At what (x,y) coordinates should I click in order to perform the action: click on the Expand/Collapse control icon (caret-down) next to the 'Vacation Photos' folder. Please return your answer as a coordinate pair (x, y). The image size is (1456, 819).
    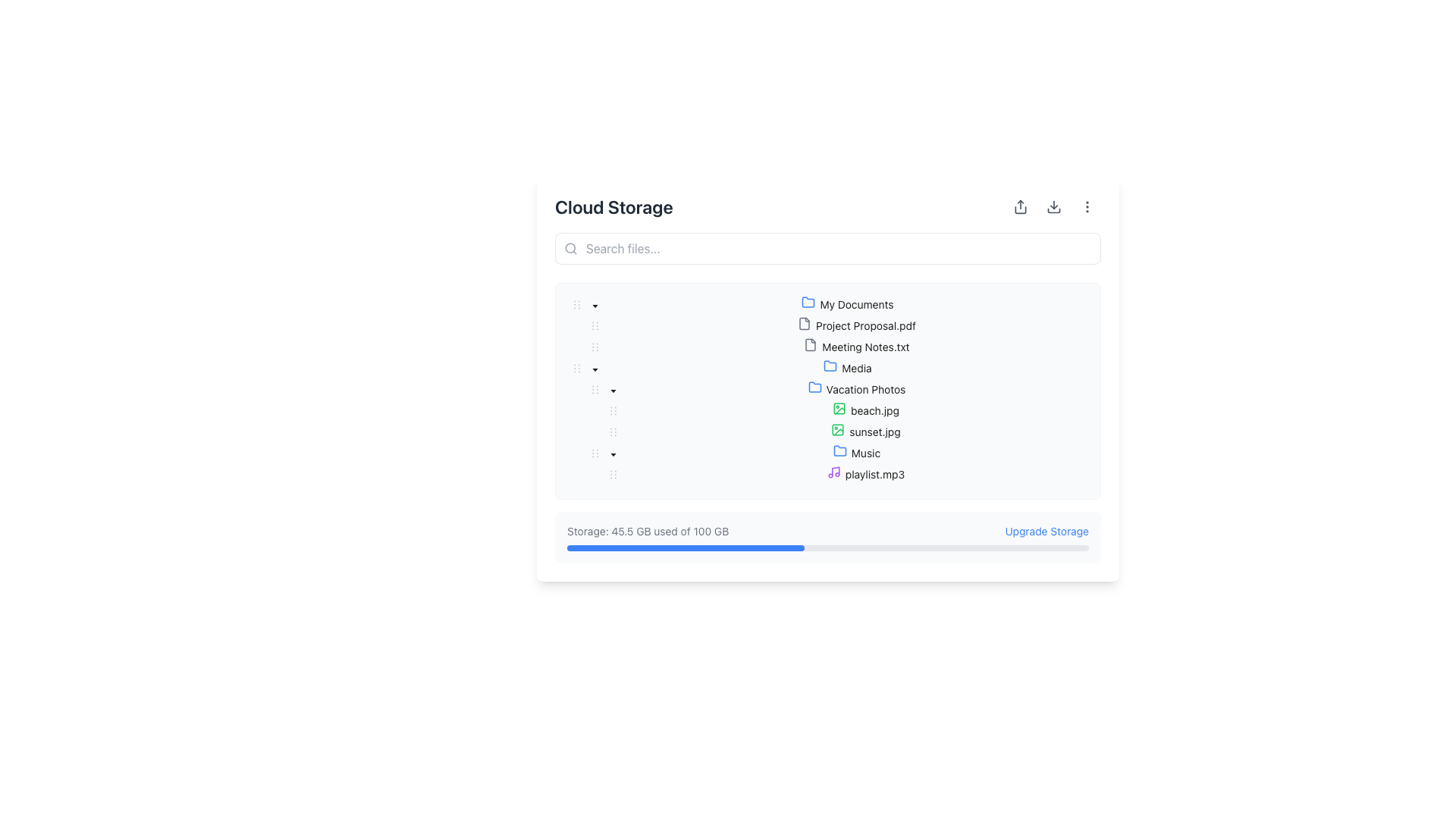
    Looking at the image, I should click on (595, 370).